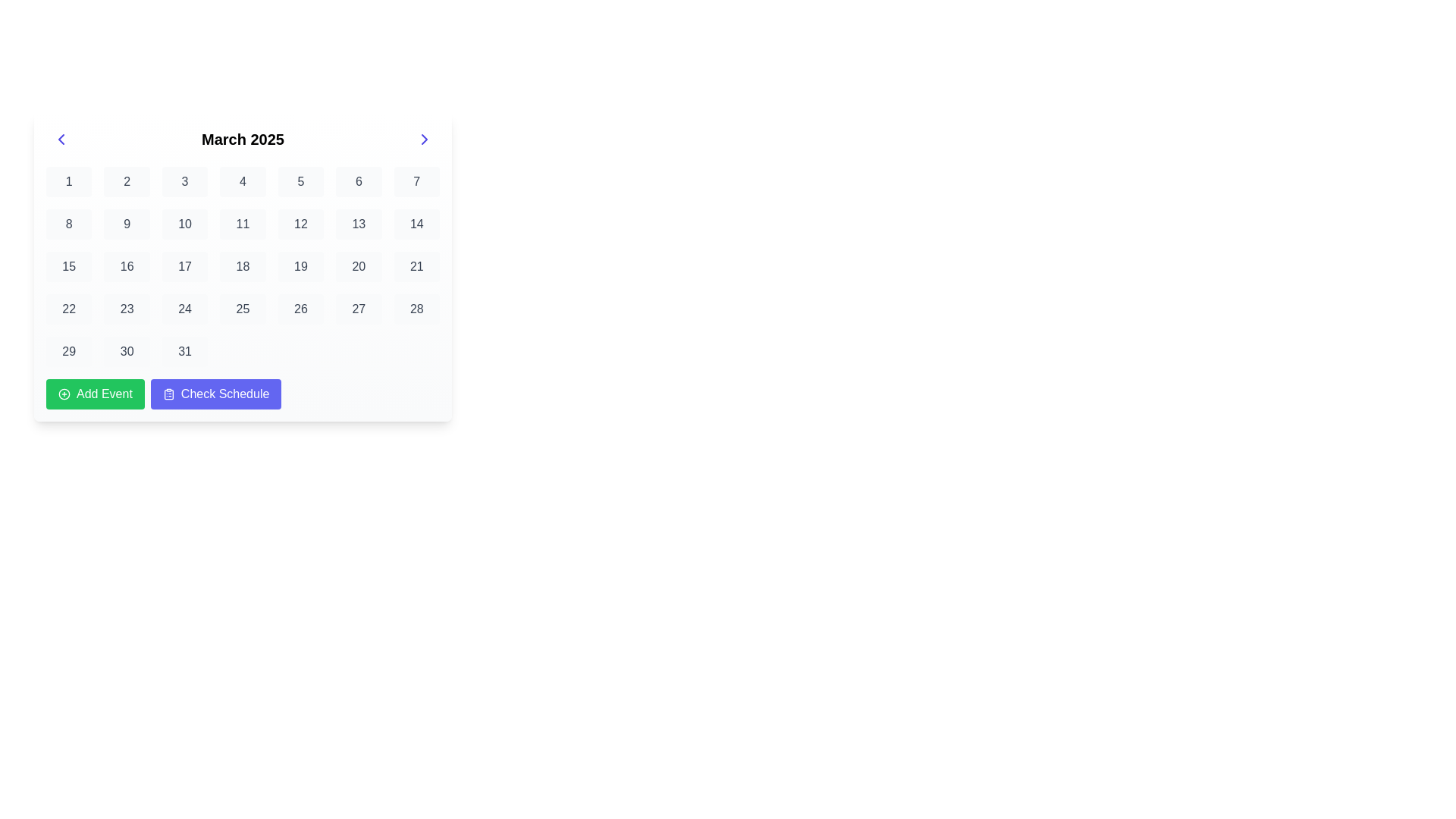 Image resolution: width=1456 pixels, height=819 pixels. I want to click on the square button with the number '16', which has a light gray background and is located in the third row and second column of the calendar grid, so click(127, 265).